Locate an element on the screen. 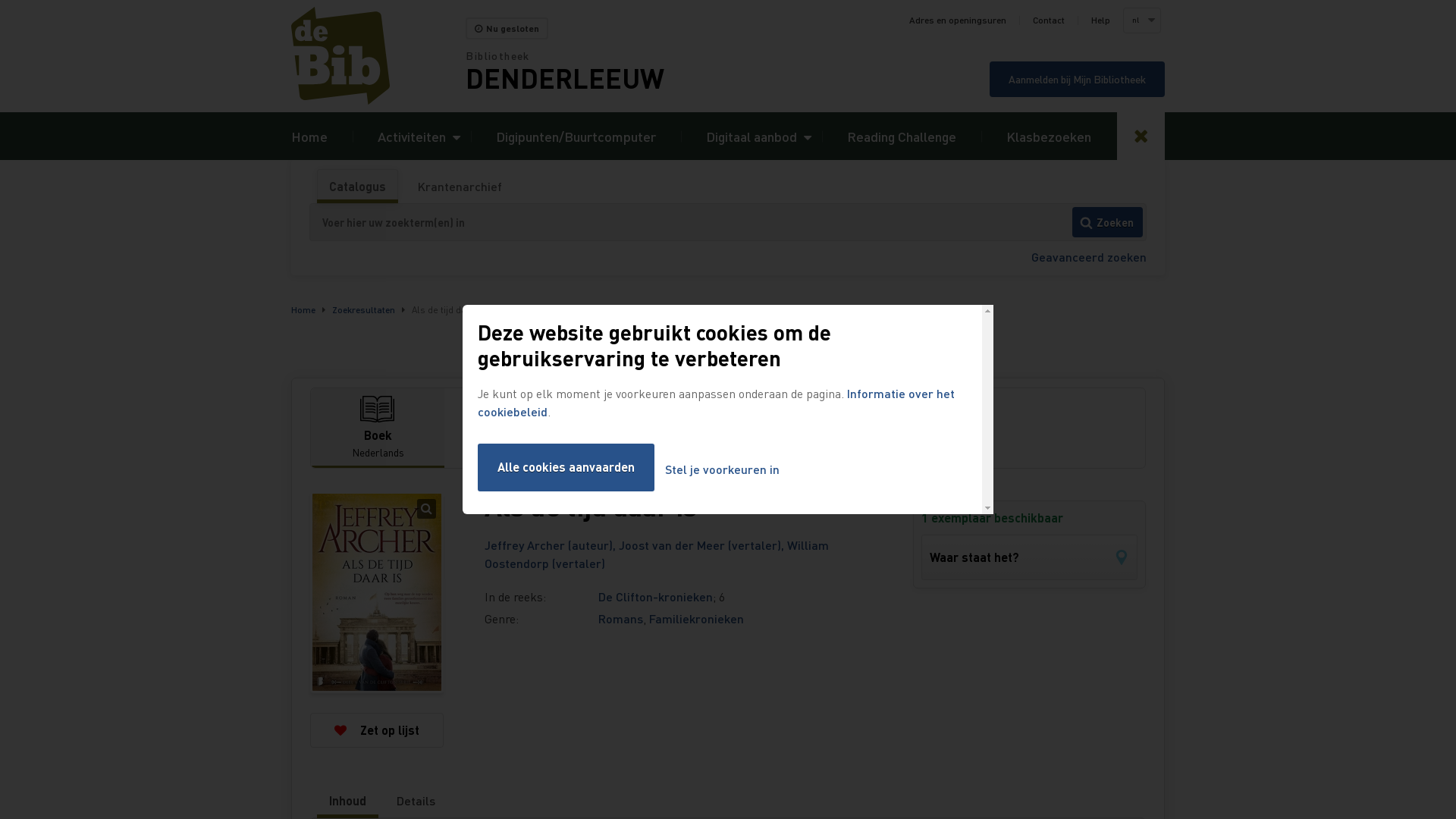 This screenshot has height=819, width=1456. 'Krantenarchief' is located at coordinates (459, 186).